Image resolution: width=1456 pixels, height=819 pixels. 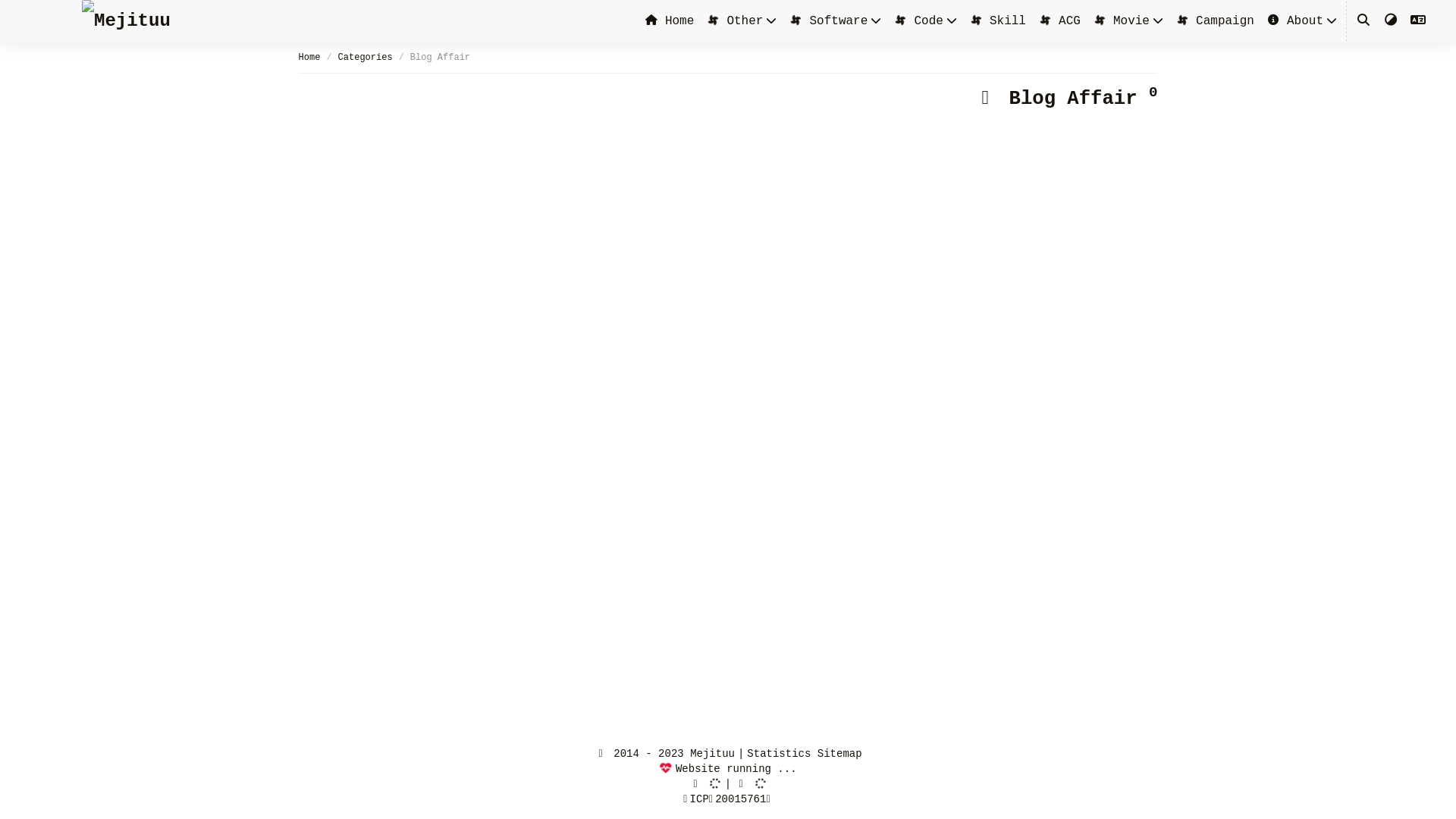 I want to click on 'Movie', so click(x=1121, y=20).